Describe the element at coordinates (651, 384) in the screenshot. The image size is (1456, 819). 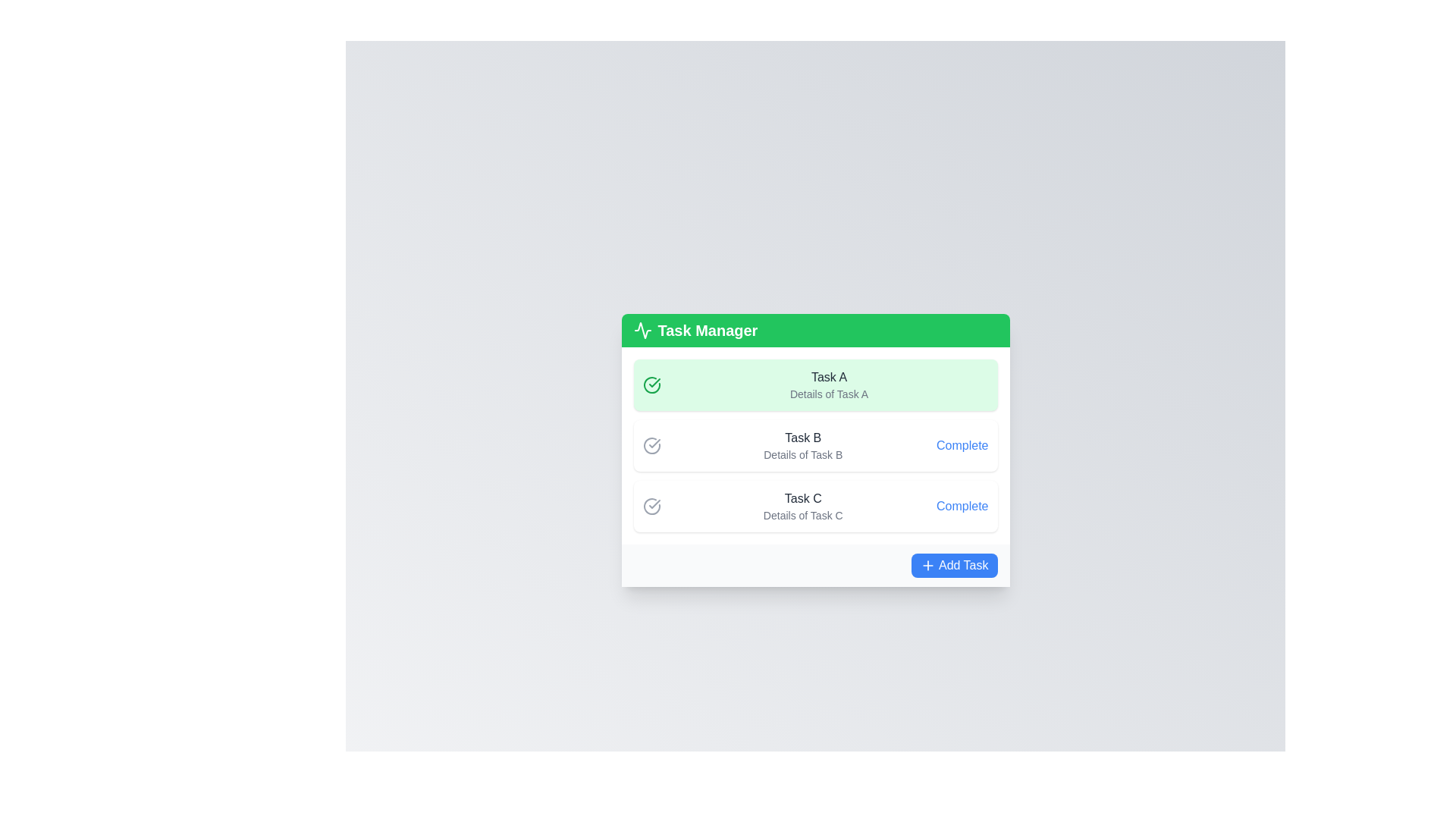
I see `the state of the circular icon with a green border and green checkmark, which indicates a completed task, located to the left of the text 'Task A'` at that location.